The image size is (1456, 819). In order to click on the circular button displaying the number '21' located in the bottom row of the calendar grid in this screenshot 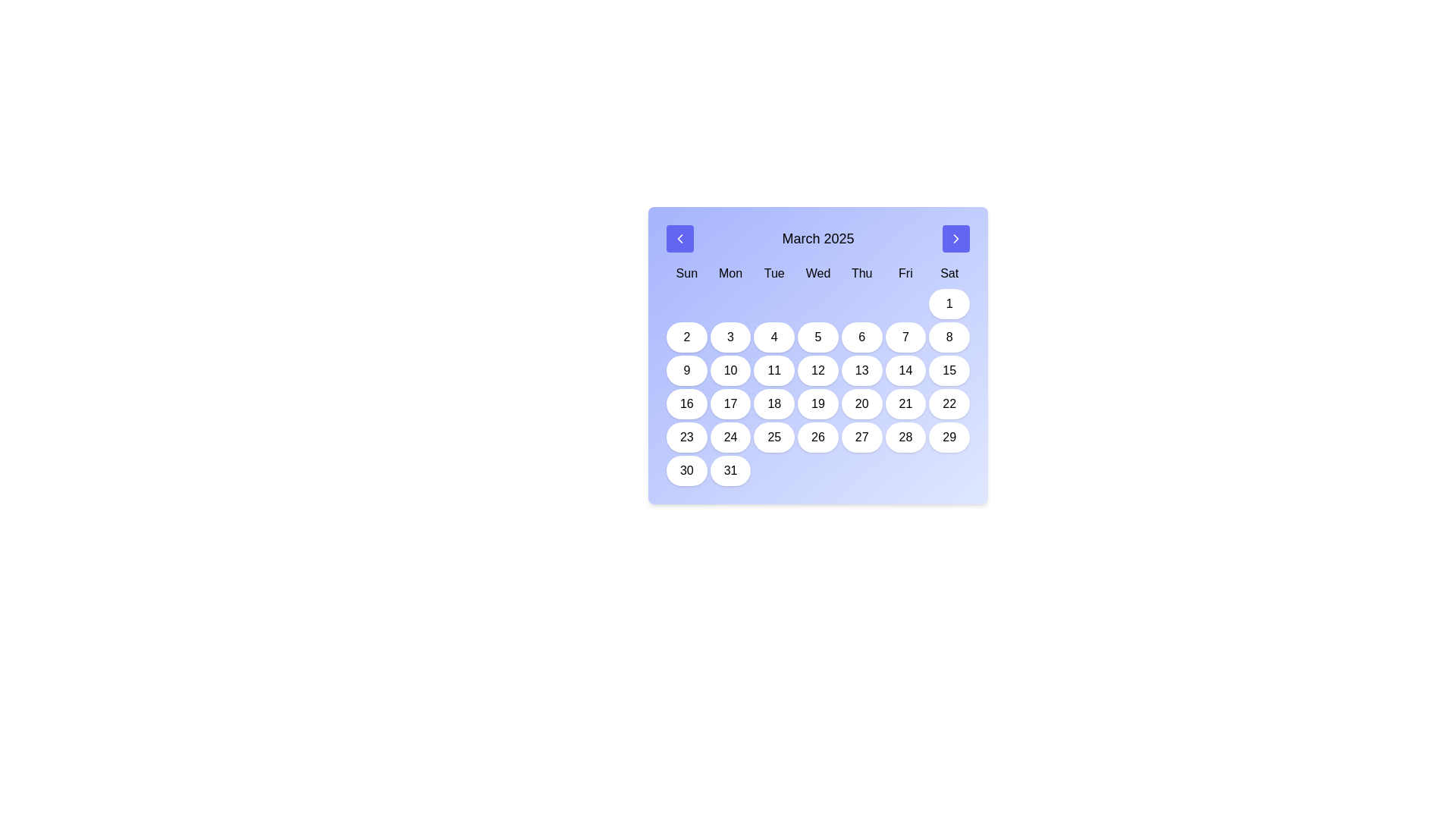, I will do `click(905, 403)`.